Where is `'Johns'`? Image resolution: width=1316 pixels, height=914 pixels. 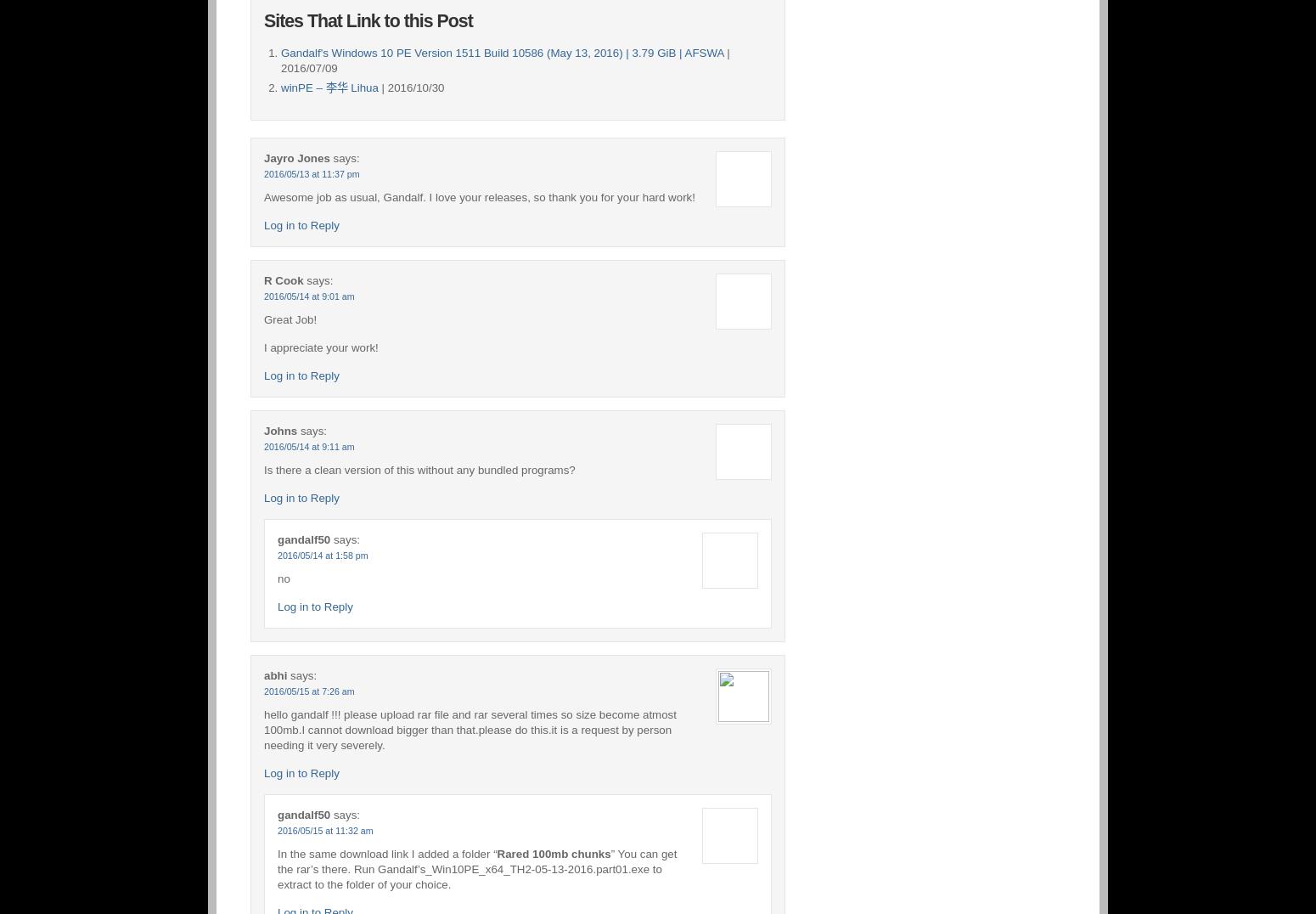 'Johns' is located at coordinates (263, 430).